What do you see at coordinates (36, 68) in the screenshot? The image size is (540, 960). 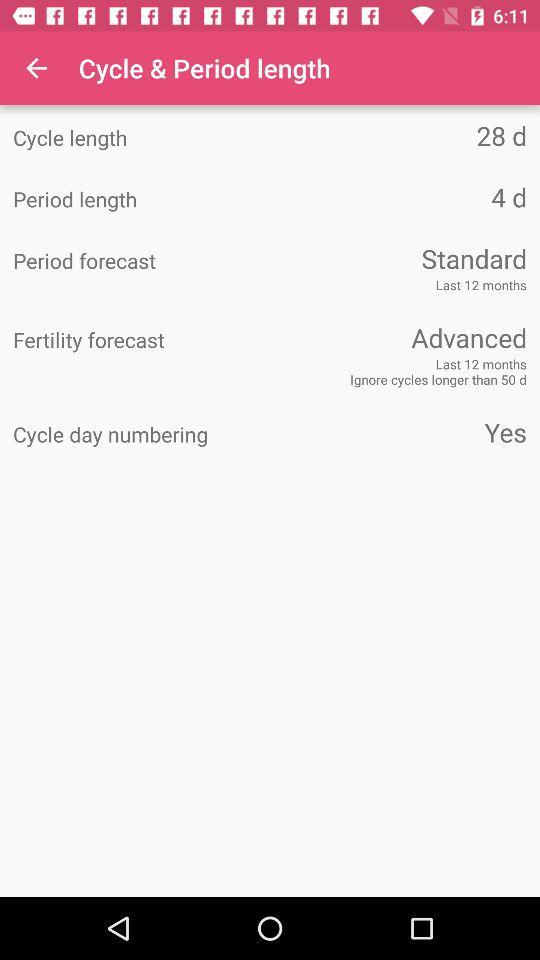 I see `item to the left of the cycle & period length item` at bounding box center [36, 68].